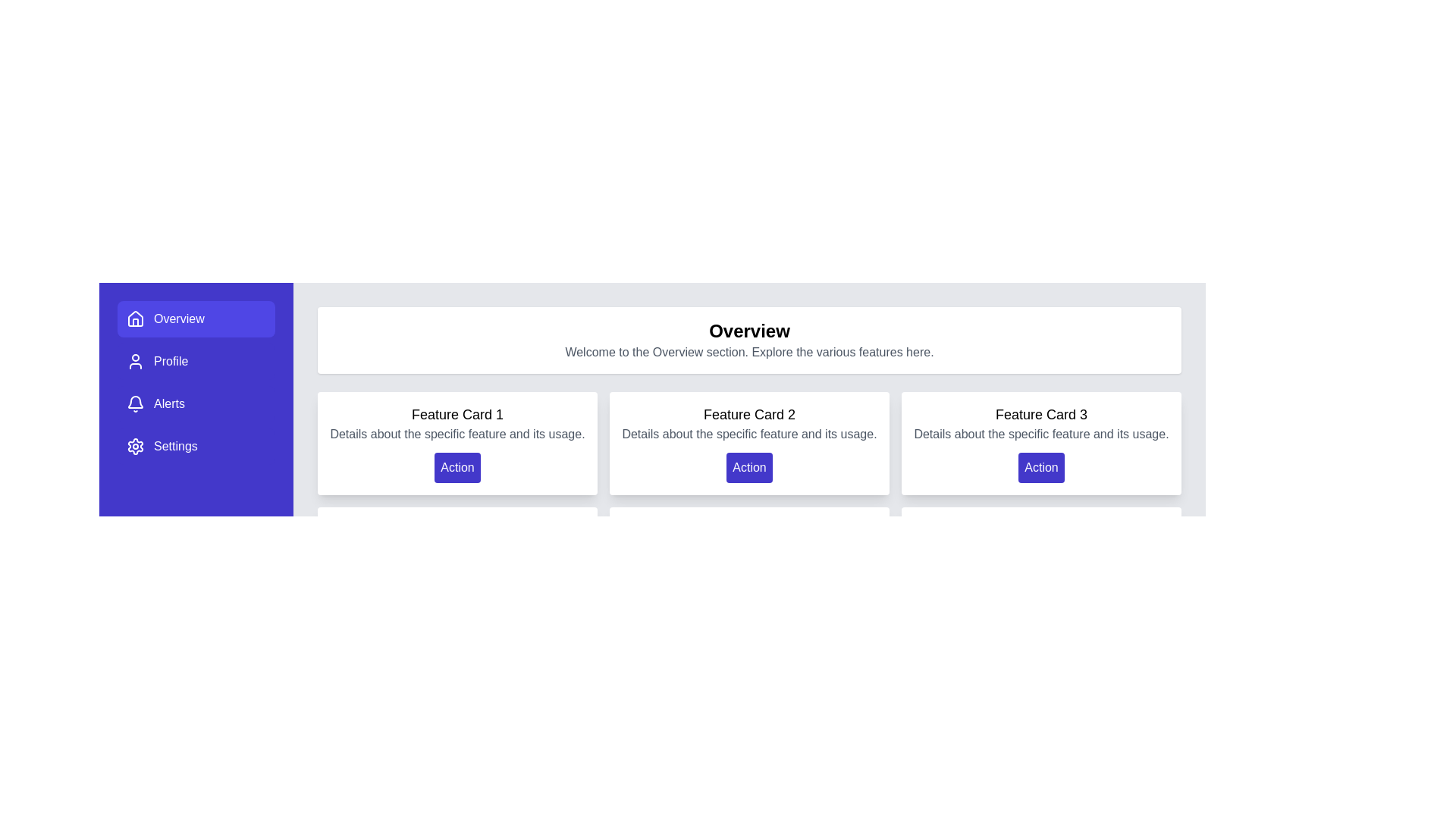 The image size is (1456, 819). What do you see at coordinates (749, 467) in the screenshot?
I see `the button located at the bottom center of 'Feature Card 2'` at bounding box center [749, 467].